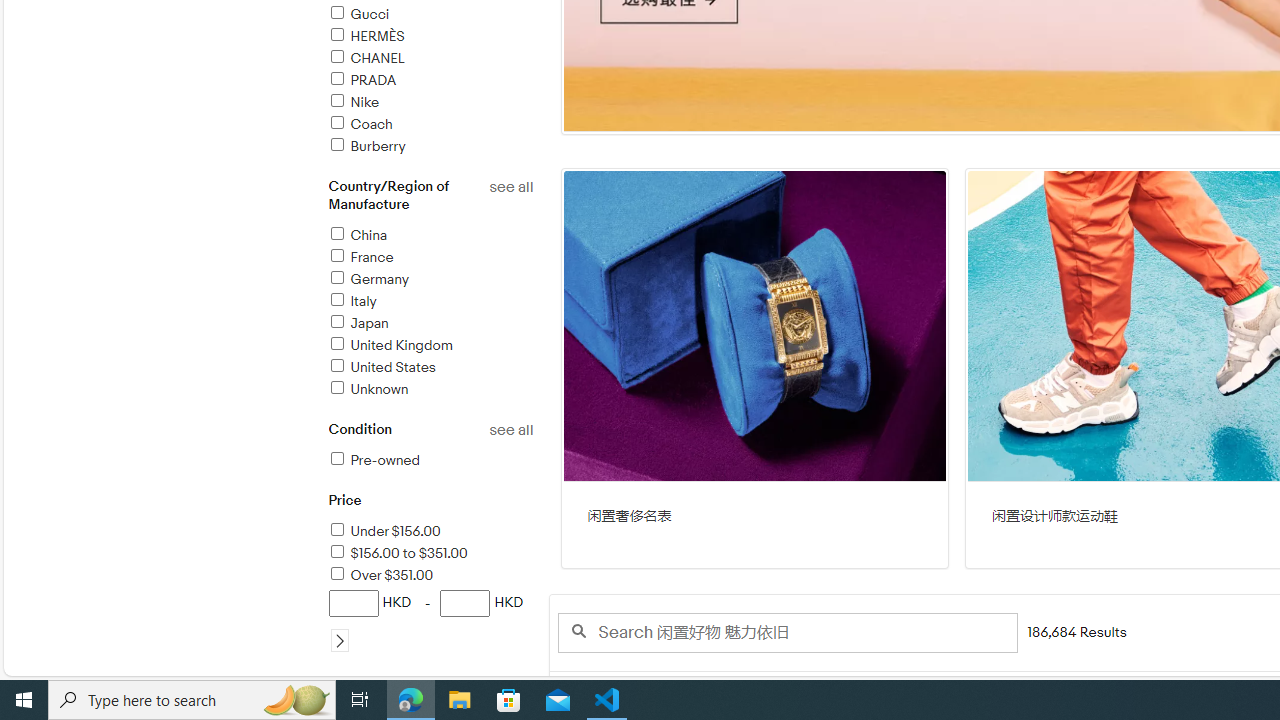 The width and height of the screenshot is (1280, 720). I want to click on 'France', so click(360, 256).